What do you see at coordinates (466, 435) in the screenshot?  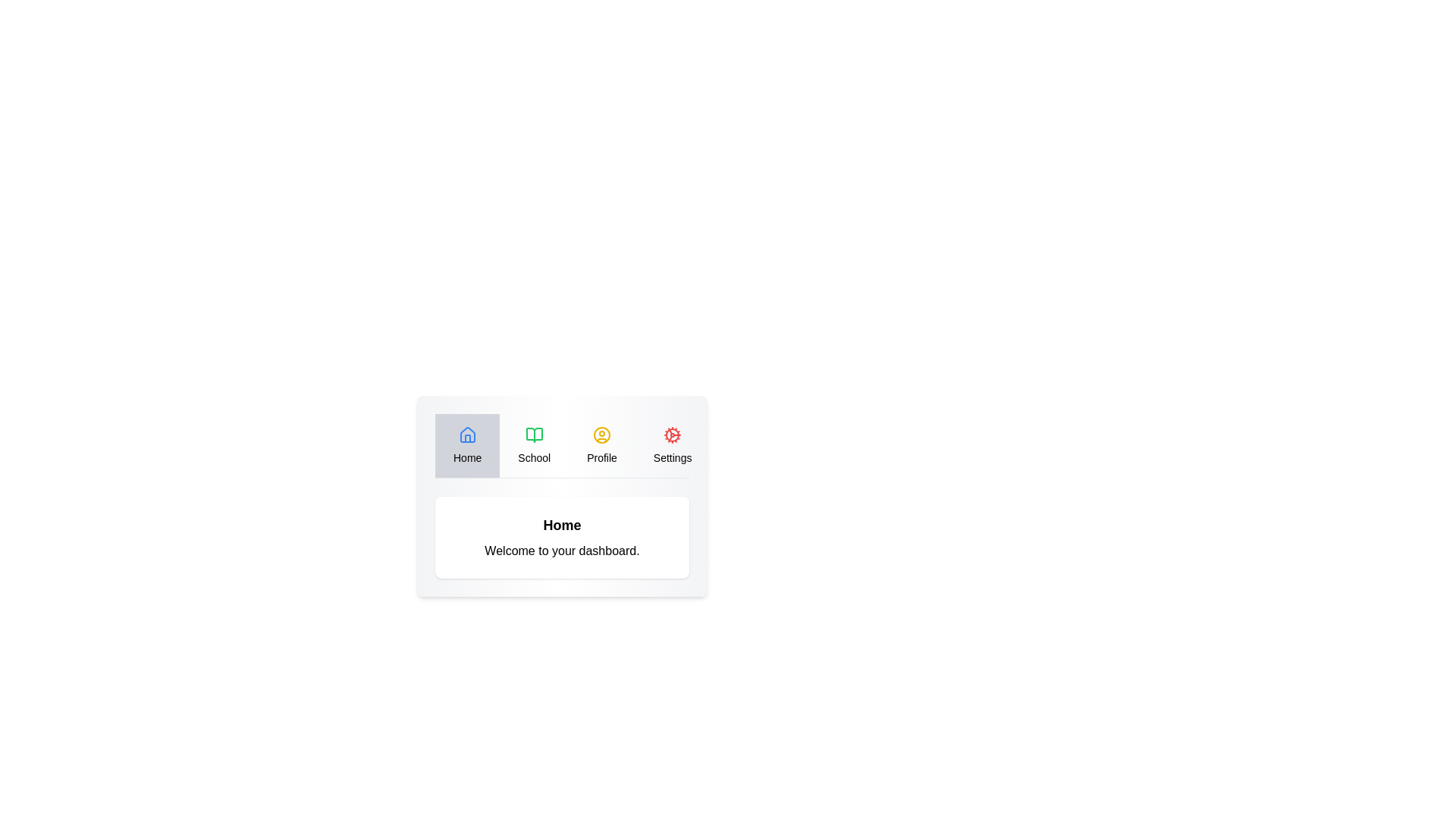 I see `the icon corresponding to the Home tab` at bounding box center [466, 435].